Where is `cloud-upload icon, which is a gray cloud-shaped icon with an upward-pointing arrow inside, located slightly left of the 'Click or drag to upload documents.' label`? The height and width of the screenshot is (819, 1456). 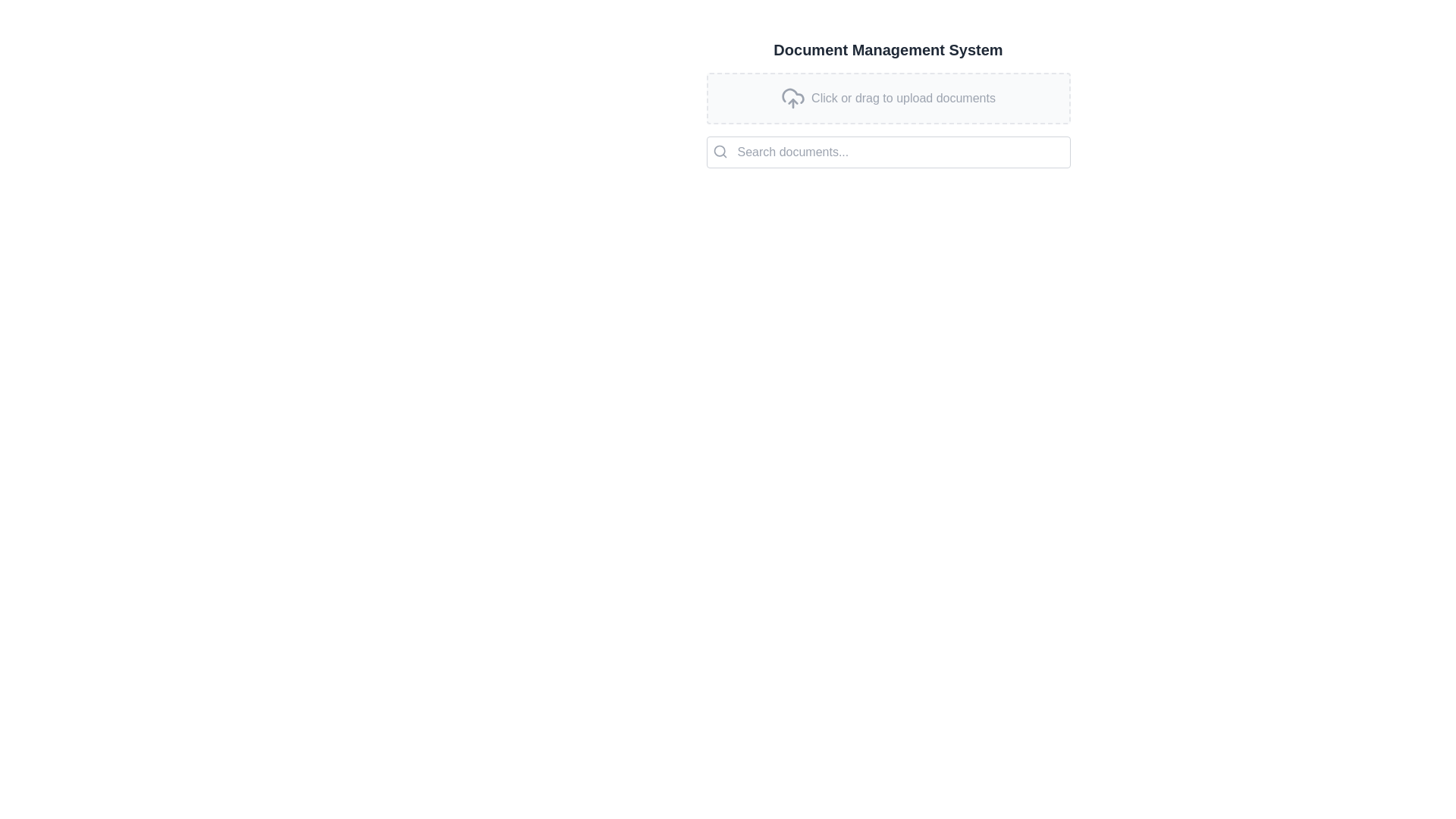 cloud-upload icon, which is a gray cloud-shaped icon with an upward-pointing arrow inside, located slightly left of the 'Click or drag to upload documents.' label is located at coordinates (792, 99).